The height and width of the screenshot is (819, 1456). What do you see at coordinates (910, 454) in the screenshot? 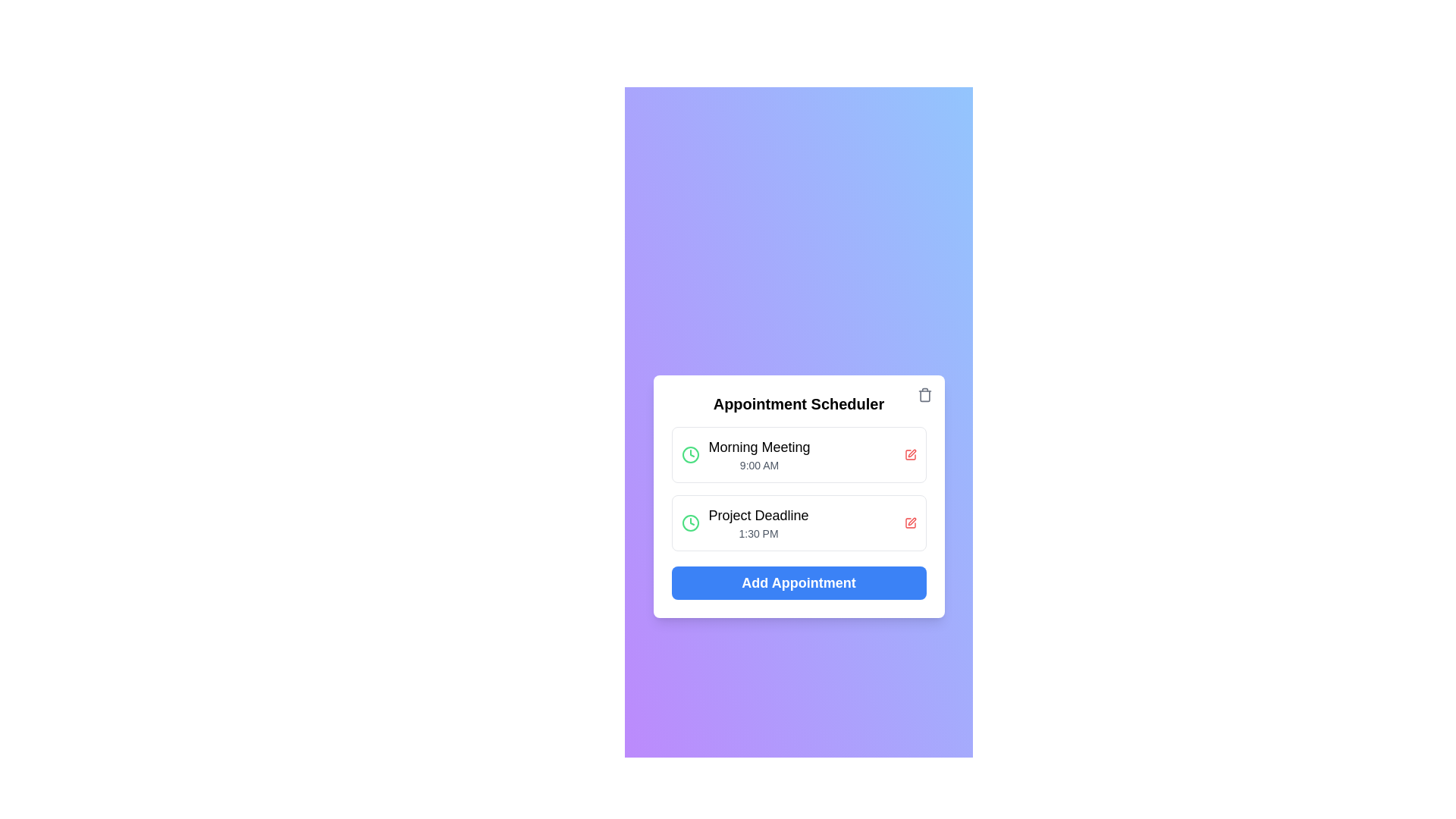
I see `the red interactive edit icon located on the right side of the 'Morning Meeting' event panel to initiate editing` at bounding box center [910, 454].